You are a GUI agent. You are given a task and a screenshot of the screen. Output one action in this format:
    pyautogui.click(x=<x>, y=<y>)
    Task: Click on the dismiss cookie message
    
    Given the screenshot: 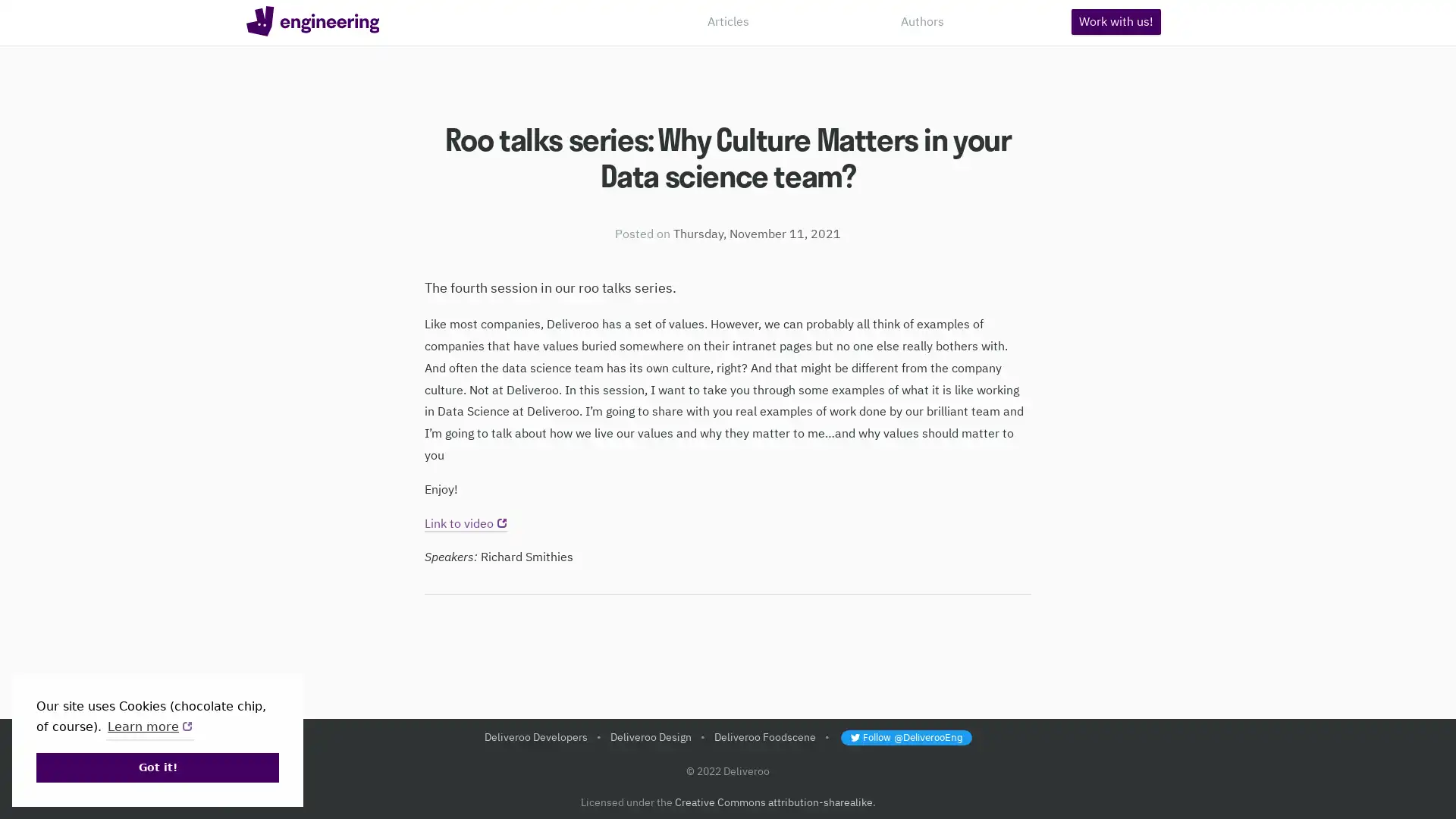 What is the action you would take?
    pyautogui.click(x=157, y=767)
    